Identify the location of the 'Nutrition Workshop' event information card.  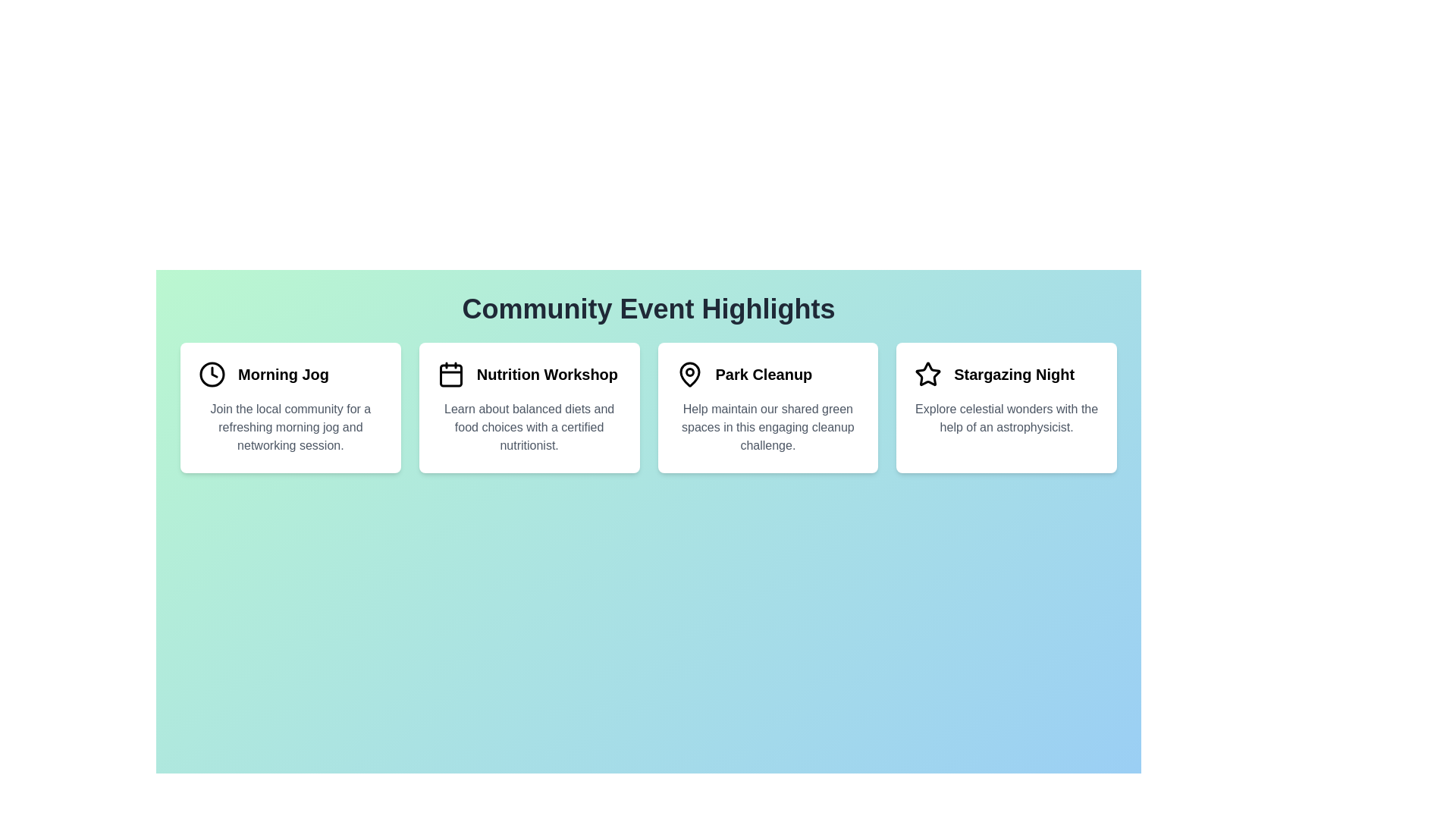
(529, 406).